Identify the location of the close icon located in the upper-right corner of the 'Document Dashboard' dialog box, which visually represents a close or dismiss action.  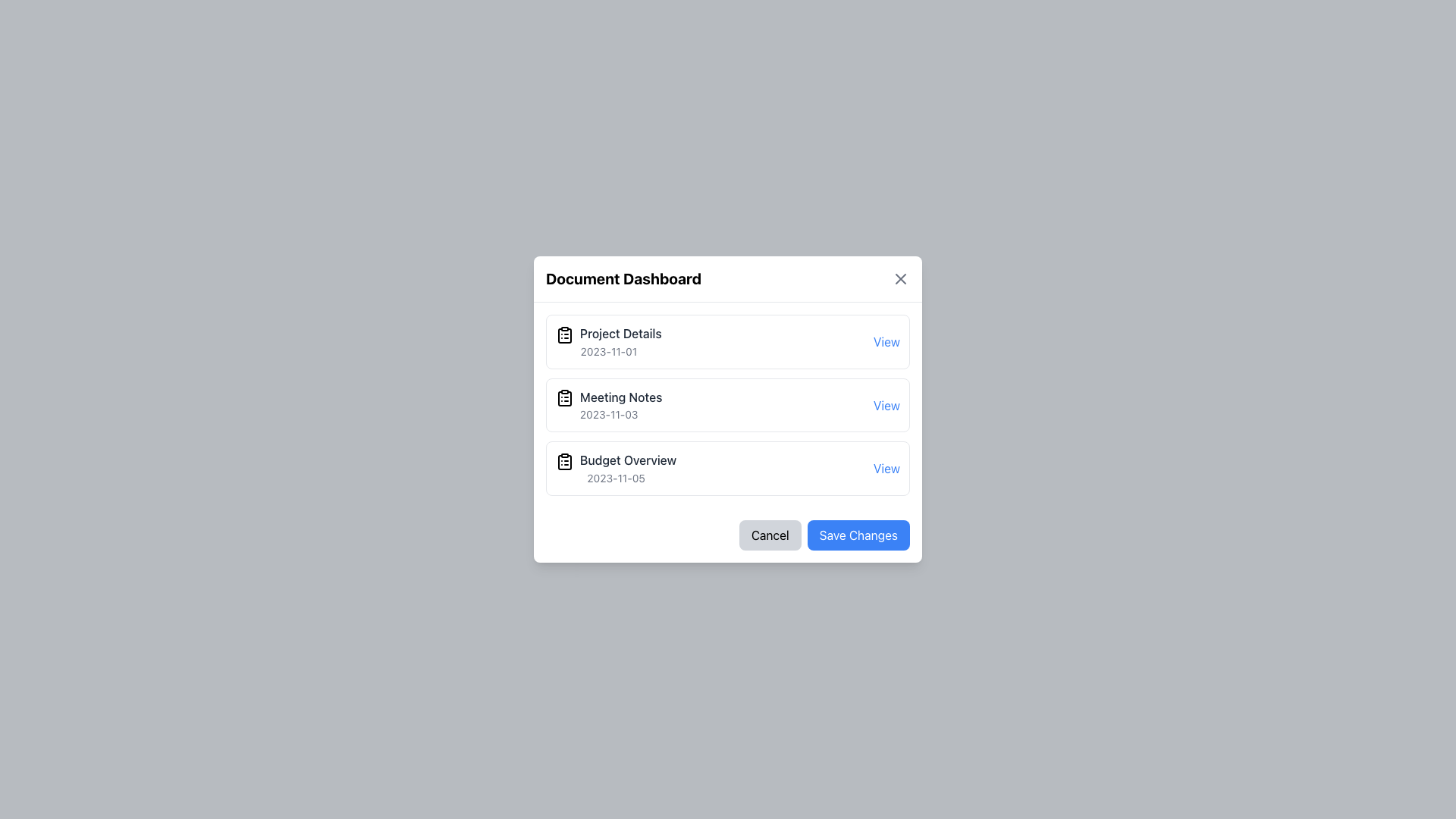
(901, 278).